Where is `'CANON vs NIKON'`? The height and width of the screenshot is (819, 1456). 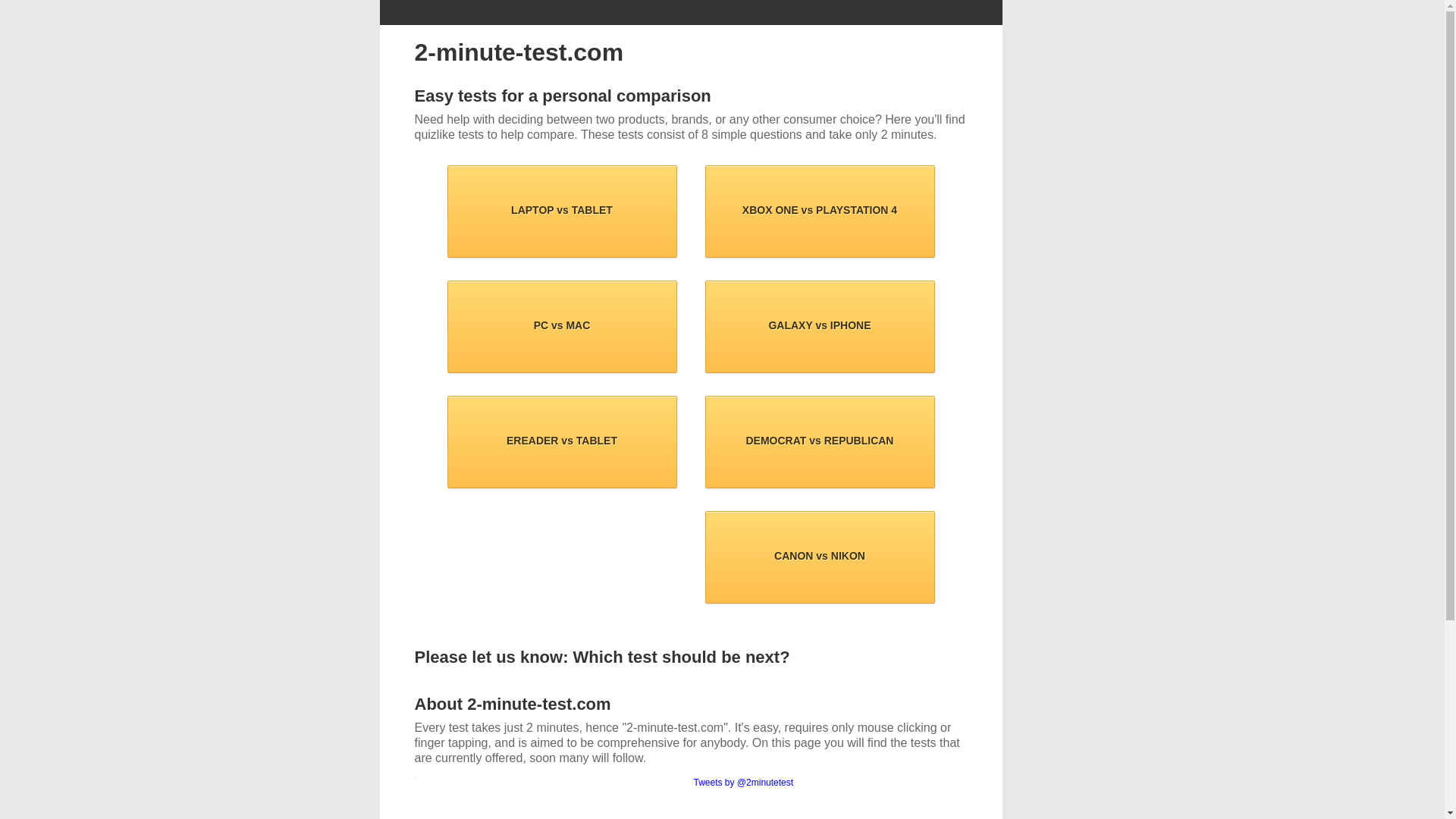 'CANON vs NIKON' is located at coordinates (819, 557).